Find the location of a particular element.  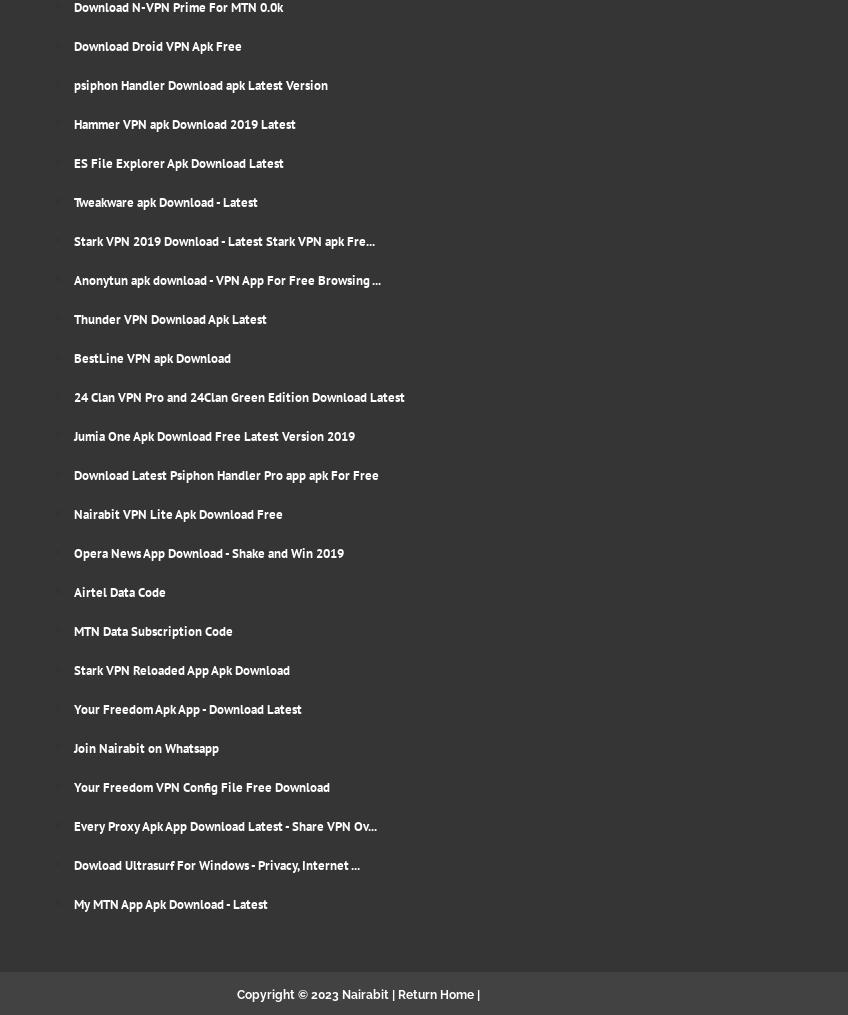

'Airtel Data Code' is located at coordinates (118, 590).